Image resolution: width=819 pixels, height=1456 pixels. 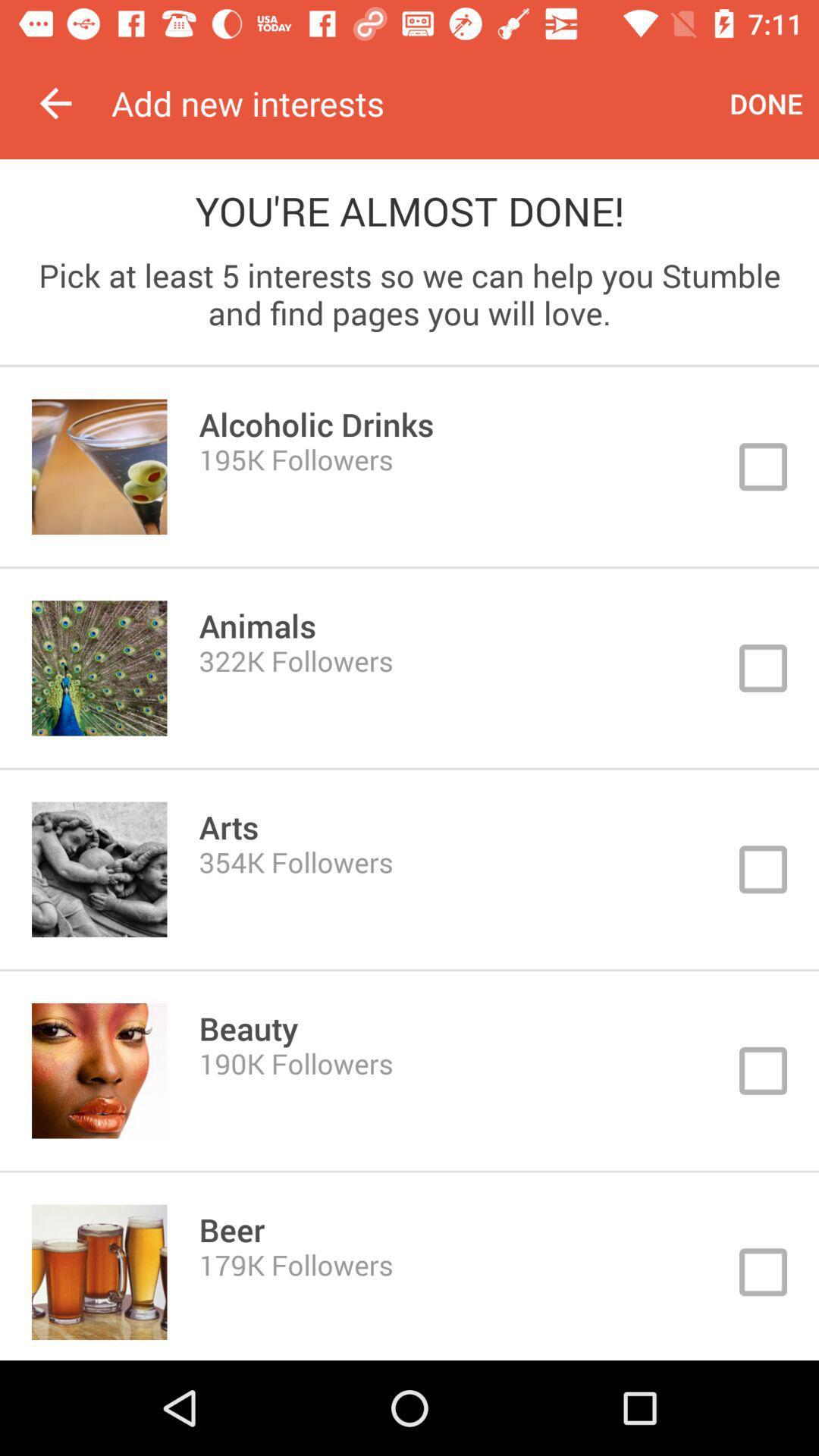 I want to click on option, so click(x=409, y=869).